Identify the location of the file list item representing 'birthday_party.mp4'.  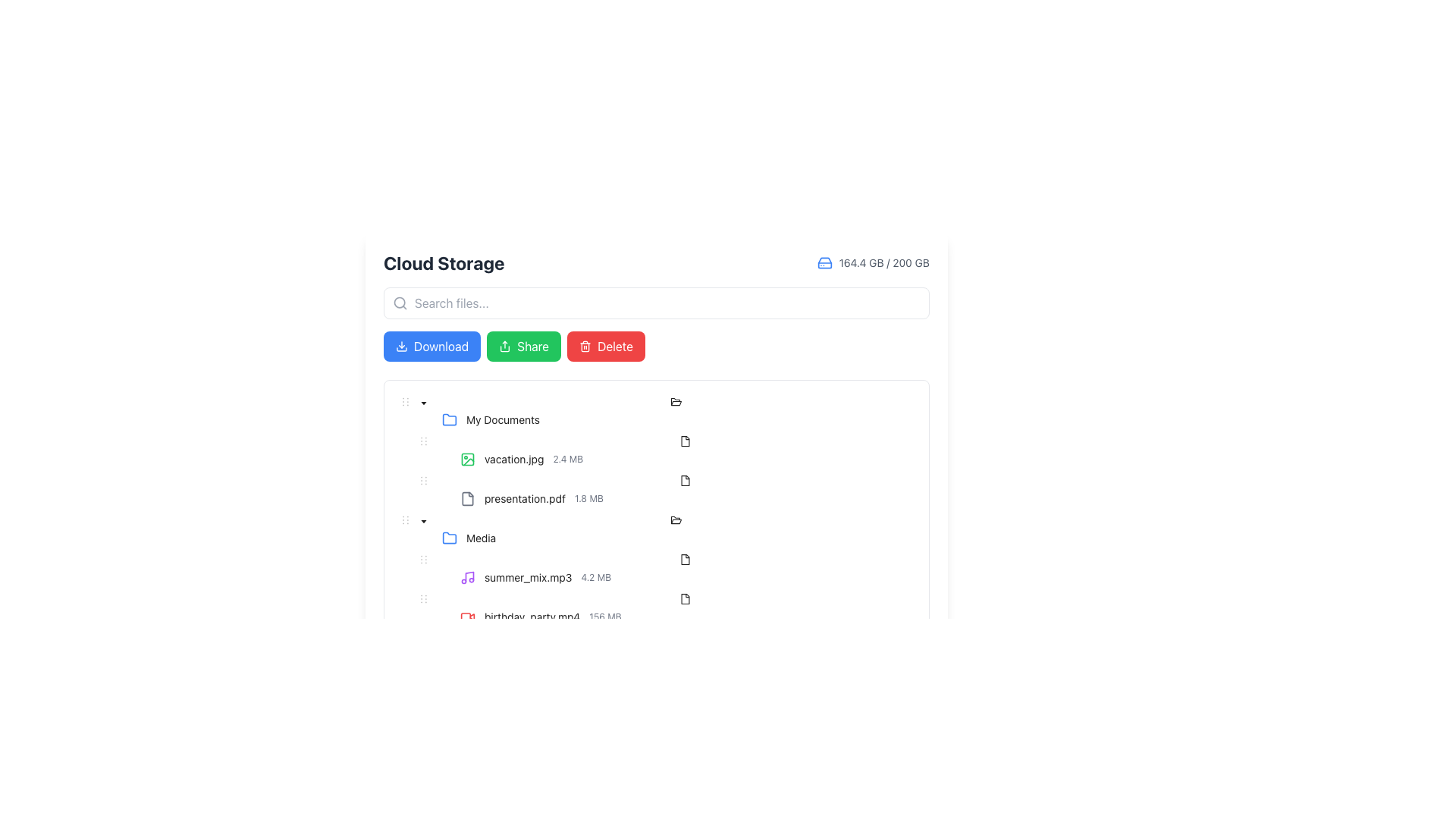
(684, 607).